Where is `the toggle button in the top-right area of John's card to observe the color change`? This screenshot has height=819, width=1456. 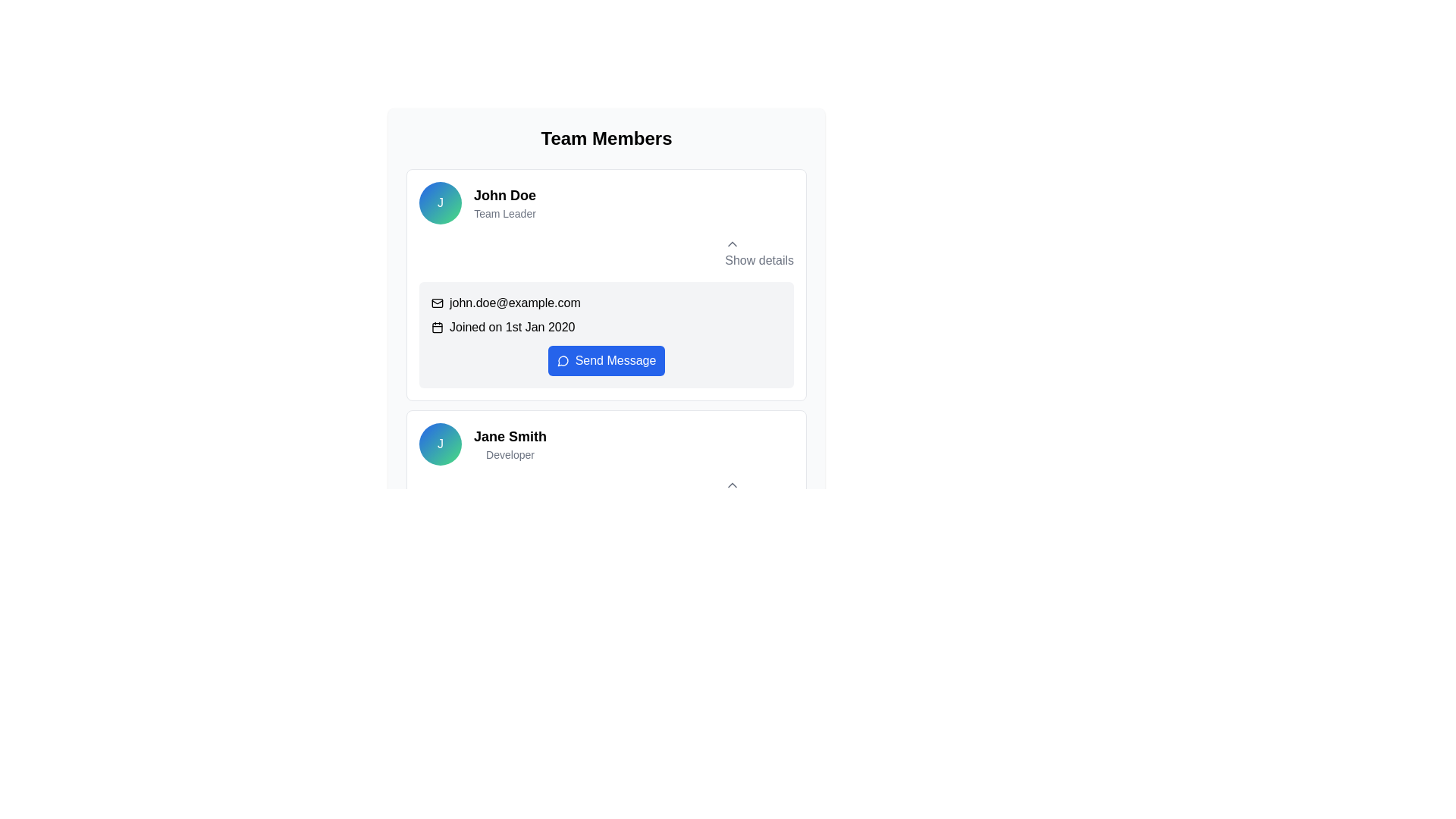 the toggle button in the top-right area of John's card to observe the color change is located at coordinates (759, 253).